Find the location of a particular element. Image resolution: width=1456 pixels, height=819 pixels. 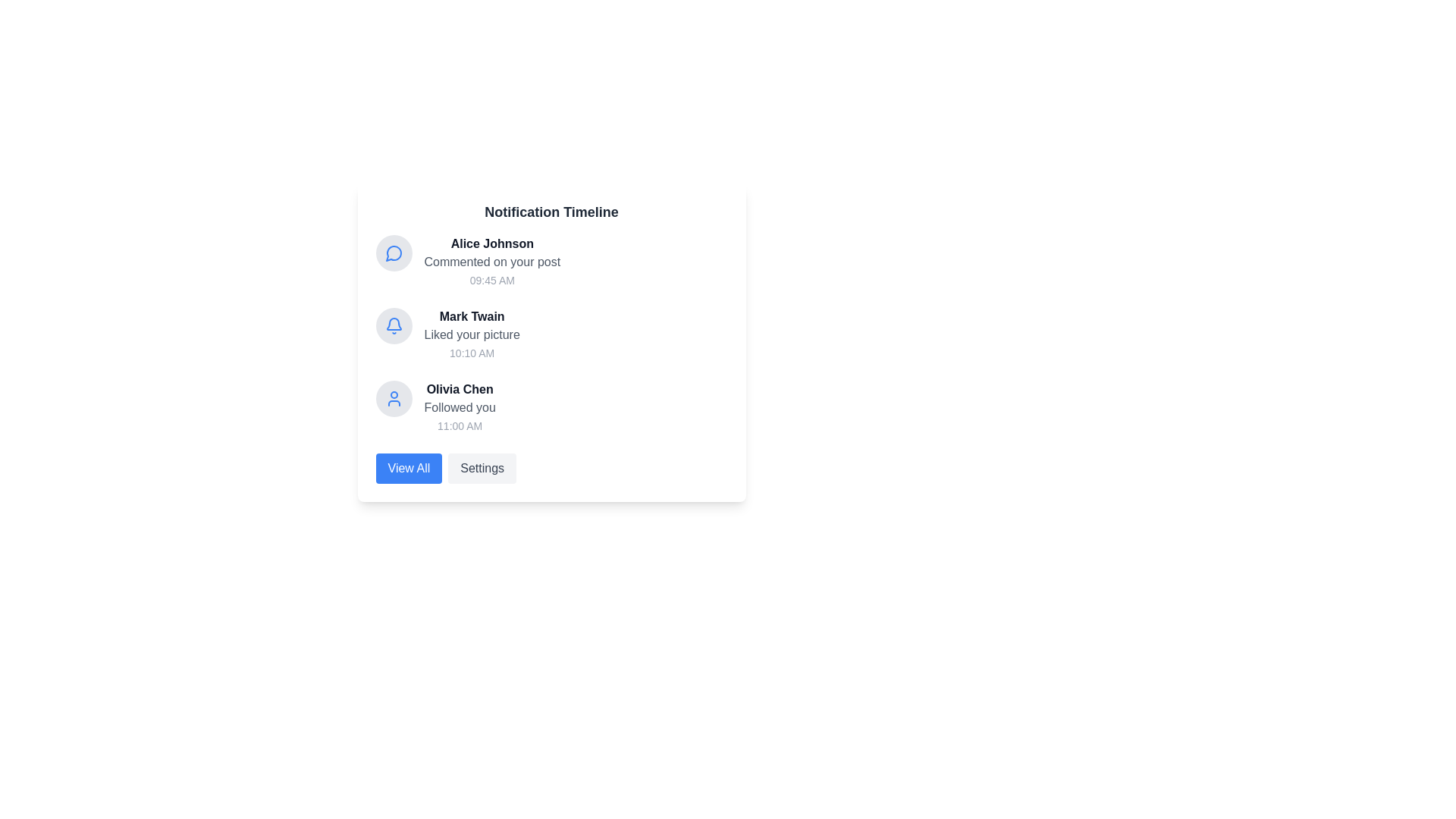

the blue bell icon is located at coordinates (394, 325).